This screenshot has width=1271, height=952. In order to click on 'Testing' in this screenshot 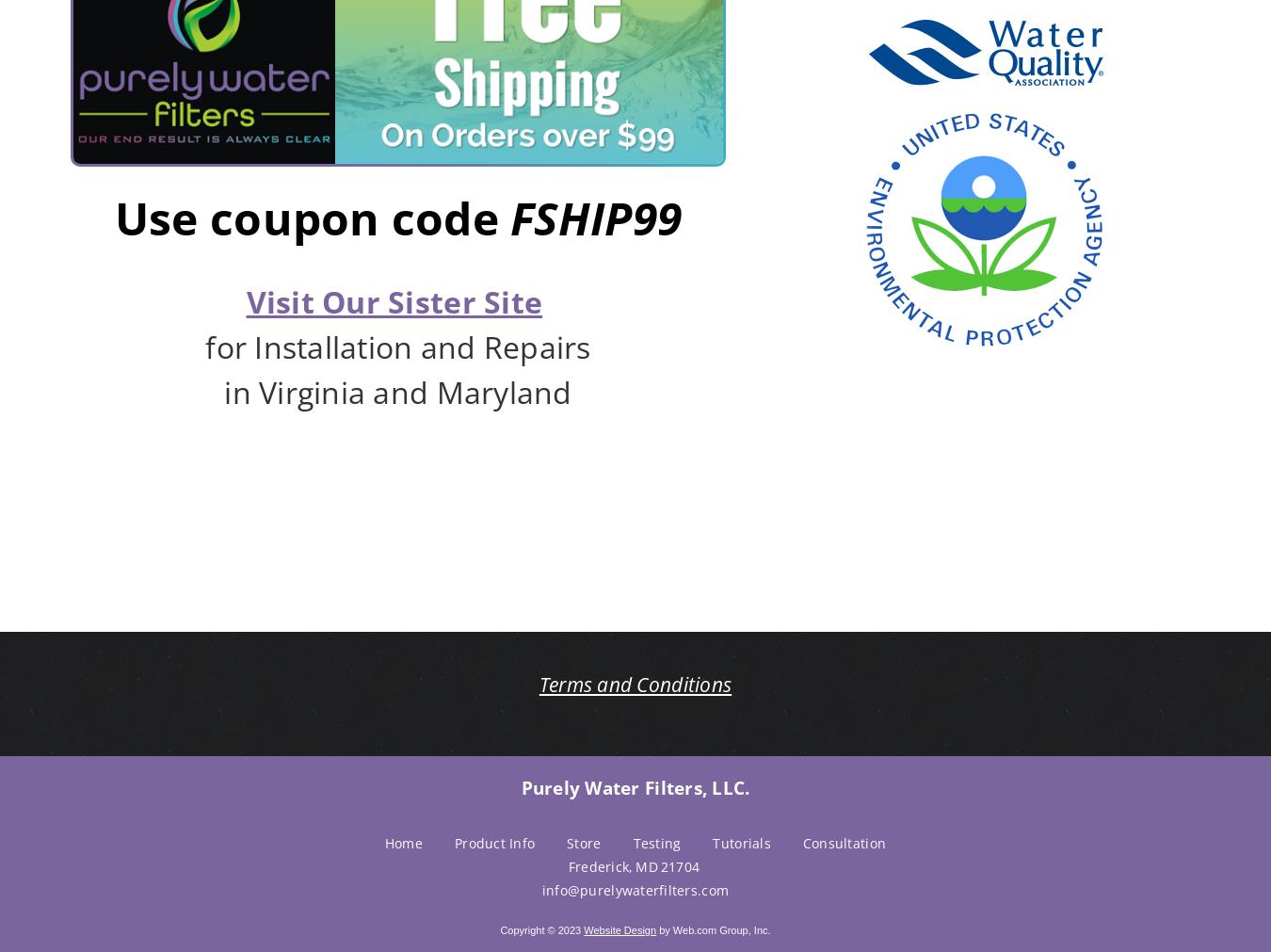, I will do `click(655, 842)`.